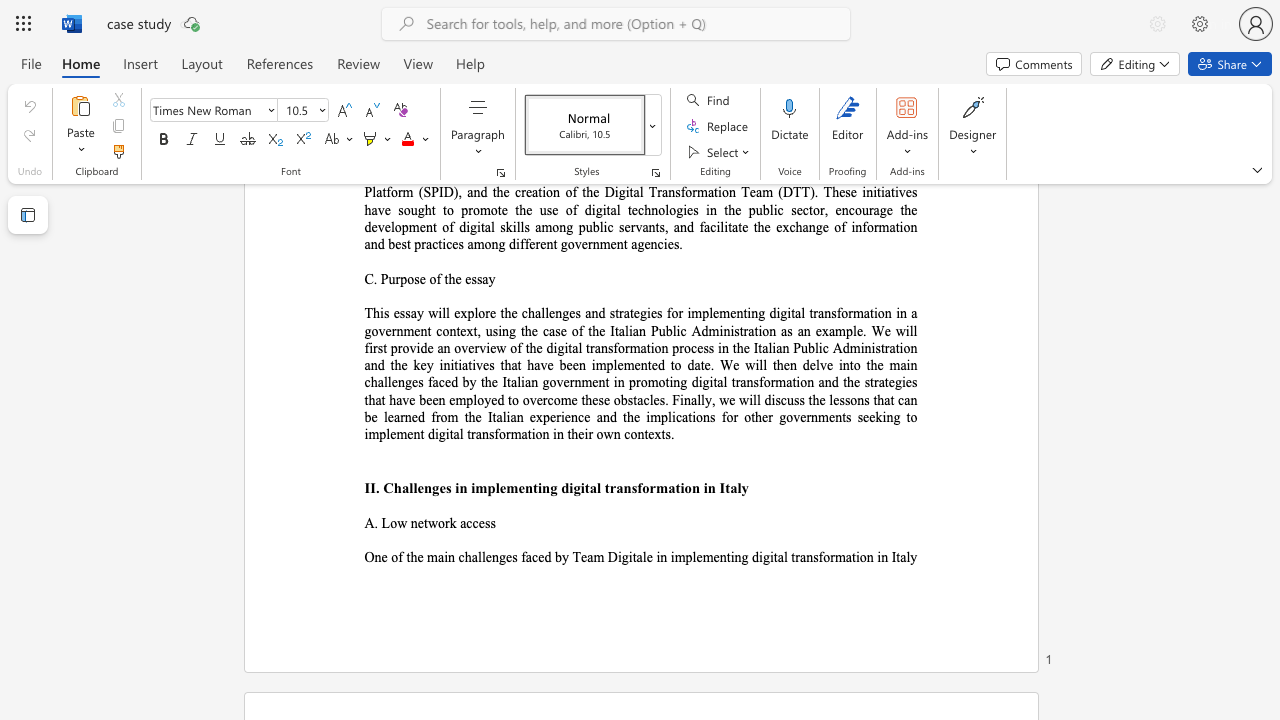 The image size is (1280, 720). Describe the element at coordinates (535, 488) in the screenshot. I see `the 1th character "t" in the text` at that location.